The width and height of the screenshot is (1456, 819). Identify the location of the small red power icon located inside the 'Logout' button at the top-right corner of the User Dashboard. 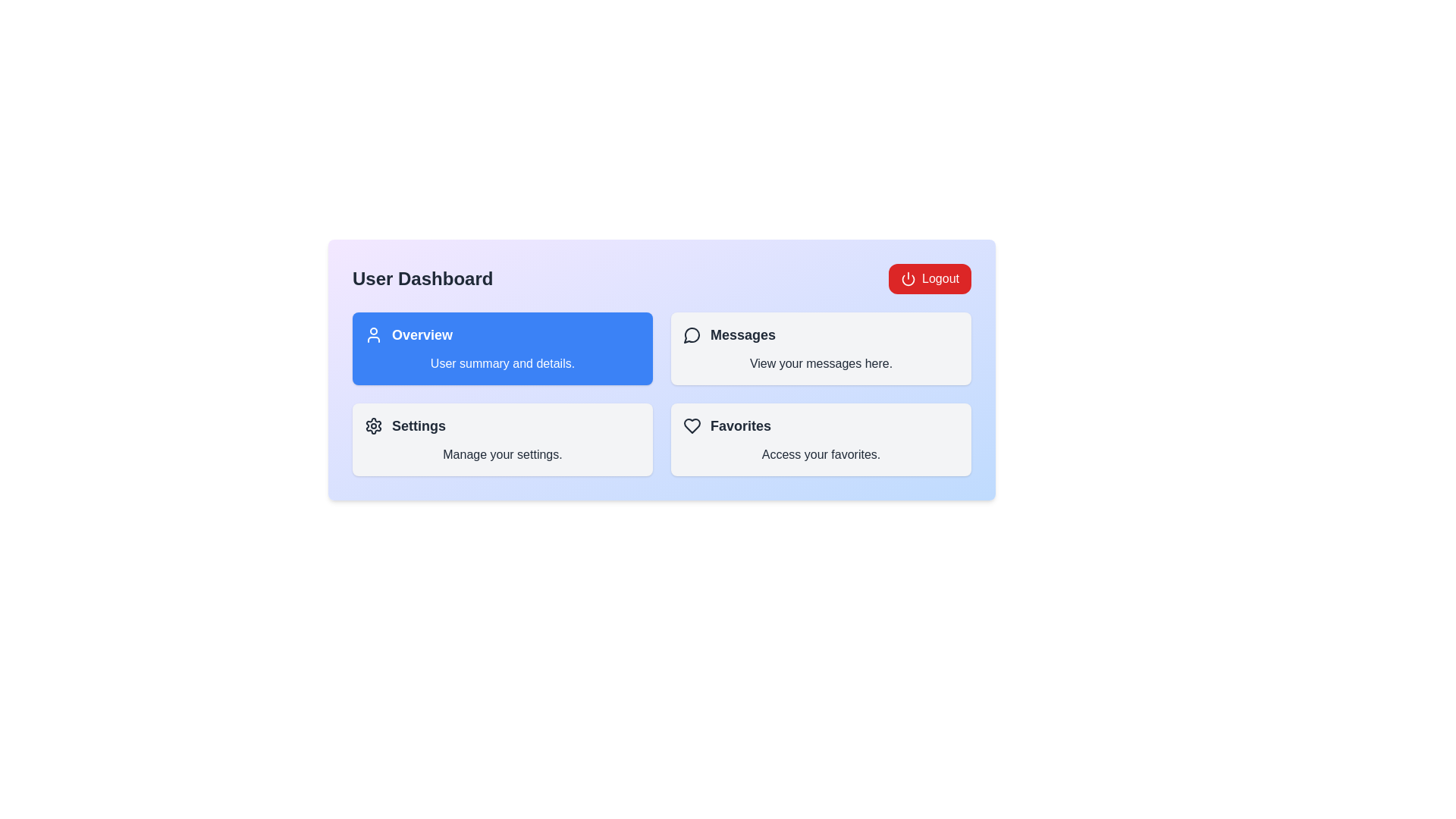
(908, 278).